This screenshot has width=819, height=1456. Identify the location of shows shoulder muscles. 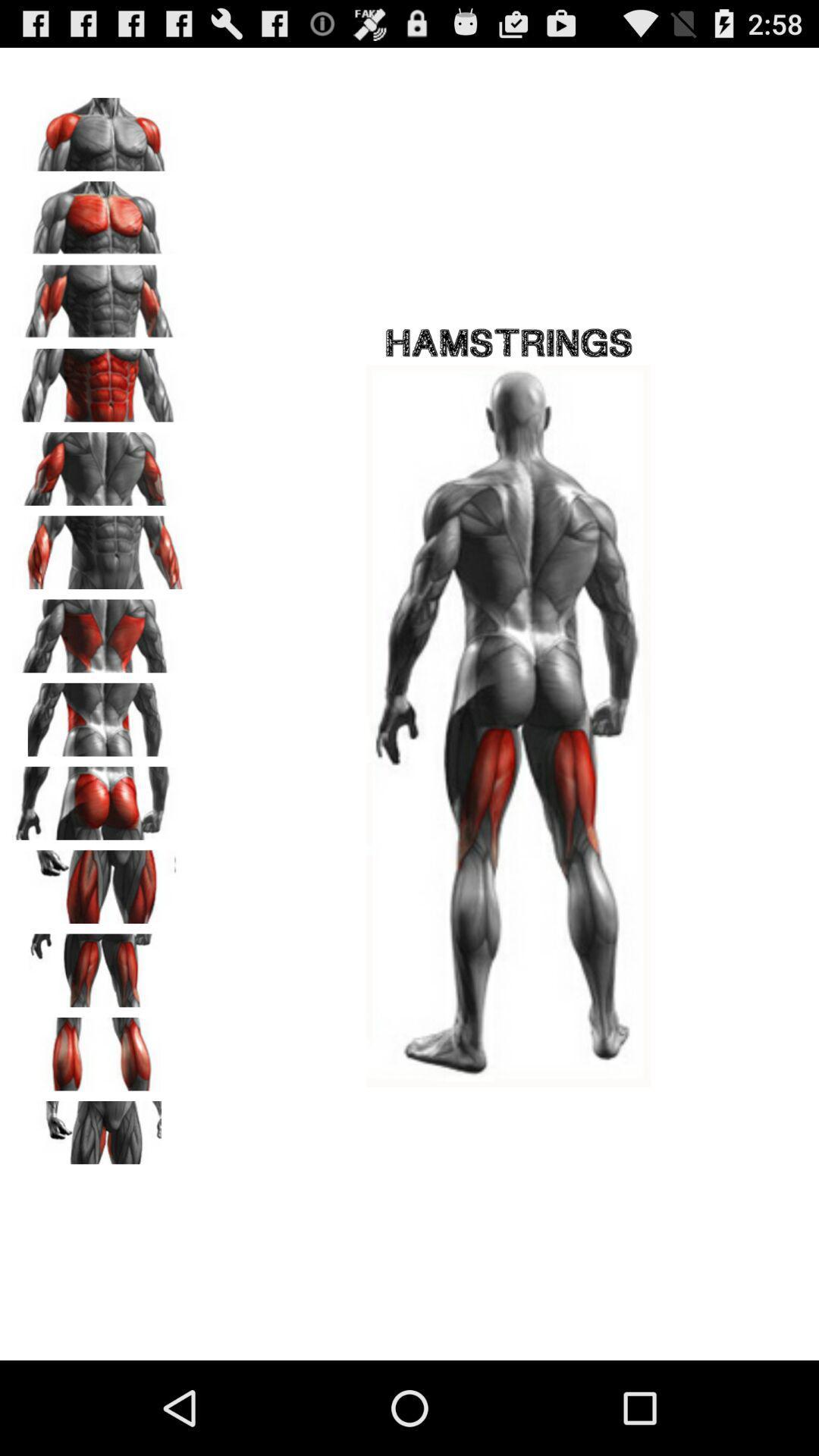
(99, 129).